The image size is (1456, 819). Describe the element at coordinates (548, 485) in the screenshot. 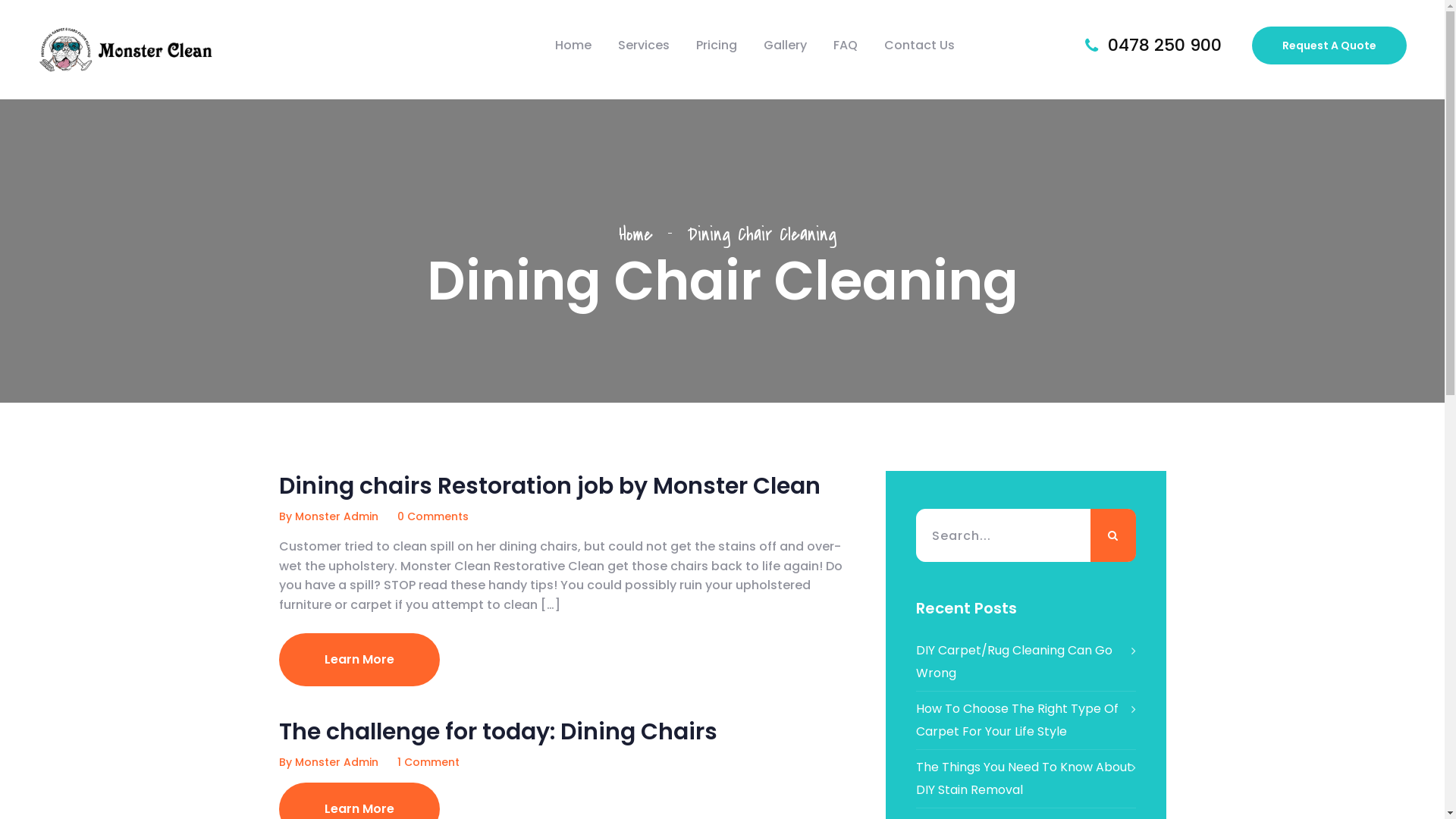

I see `'Dining chairs Restoration job by Monster Clean'` at that location.